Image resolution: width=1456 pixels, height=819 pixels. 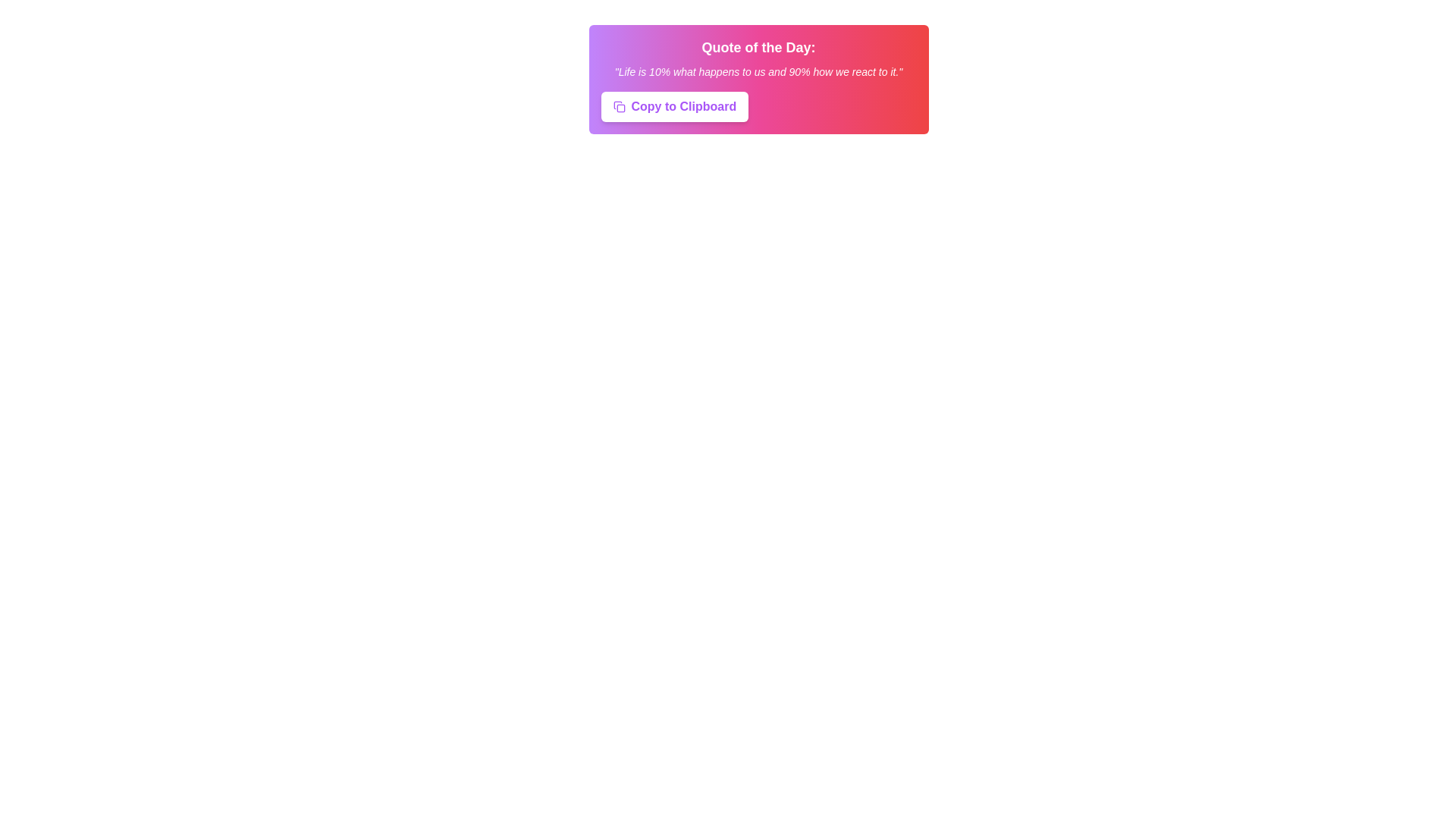 What do you see at coordinates (758, 72) in the screenshot?
I see `the motivational quote display text located below the title 'Quote of the Day:' and above the 'Copy to Clipboard' button` at bounding box center [758, 72].